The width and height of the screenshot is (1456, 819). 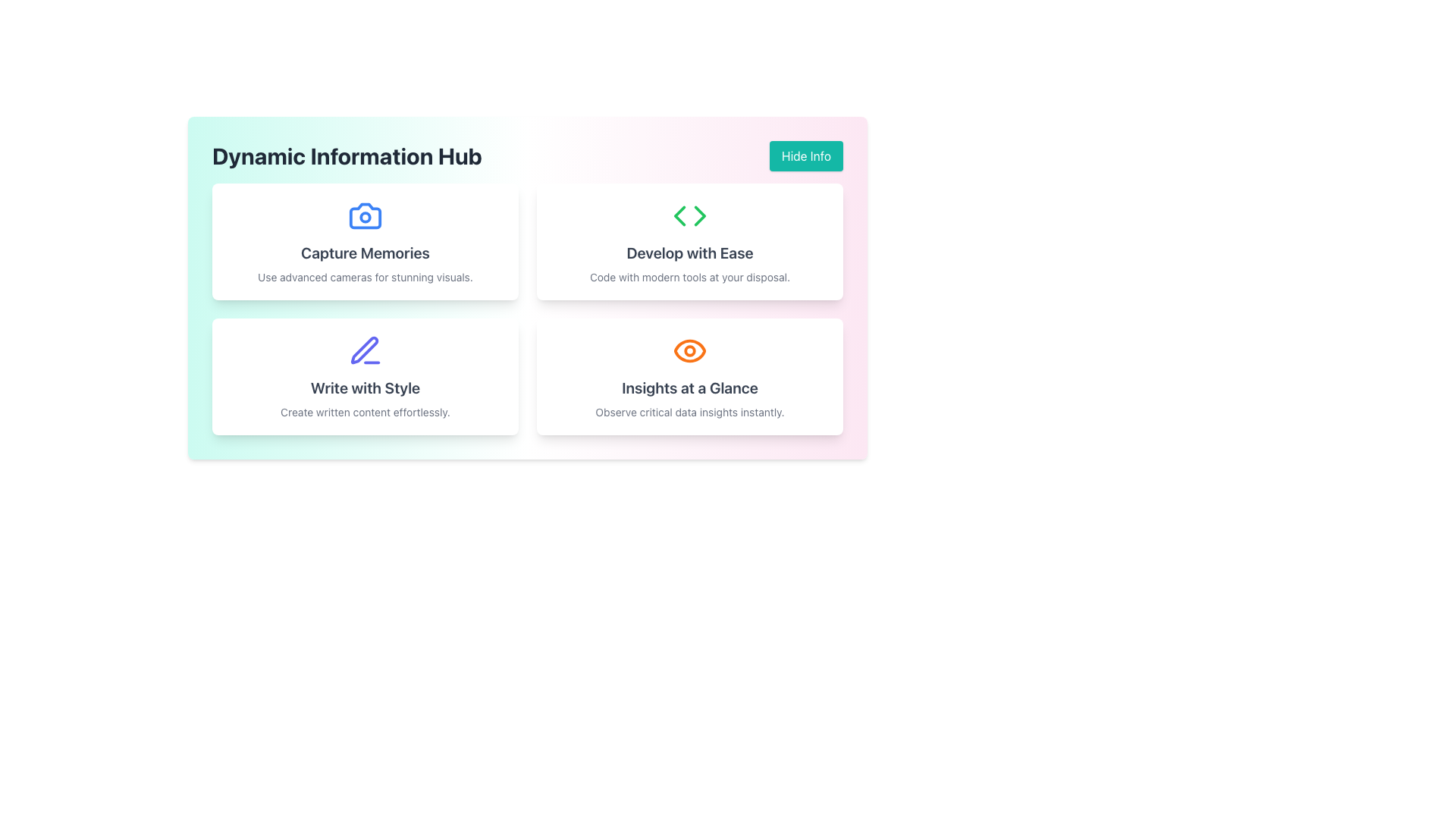 What do you see at coordinates (365, 241) in the screenshot?
I see `the informational card about capturing memories with advanced cameras` at bounding box center [365, 241].